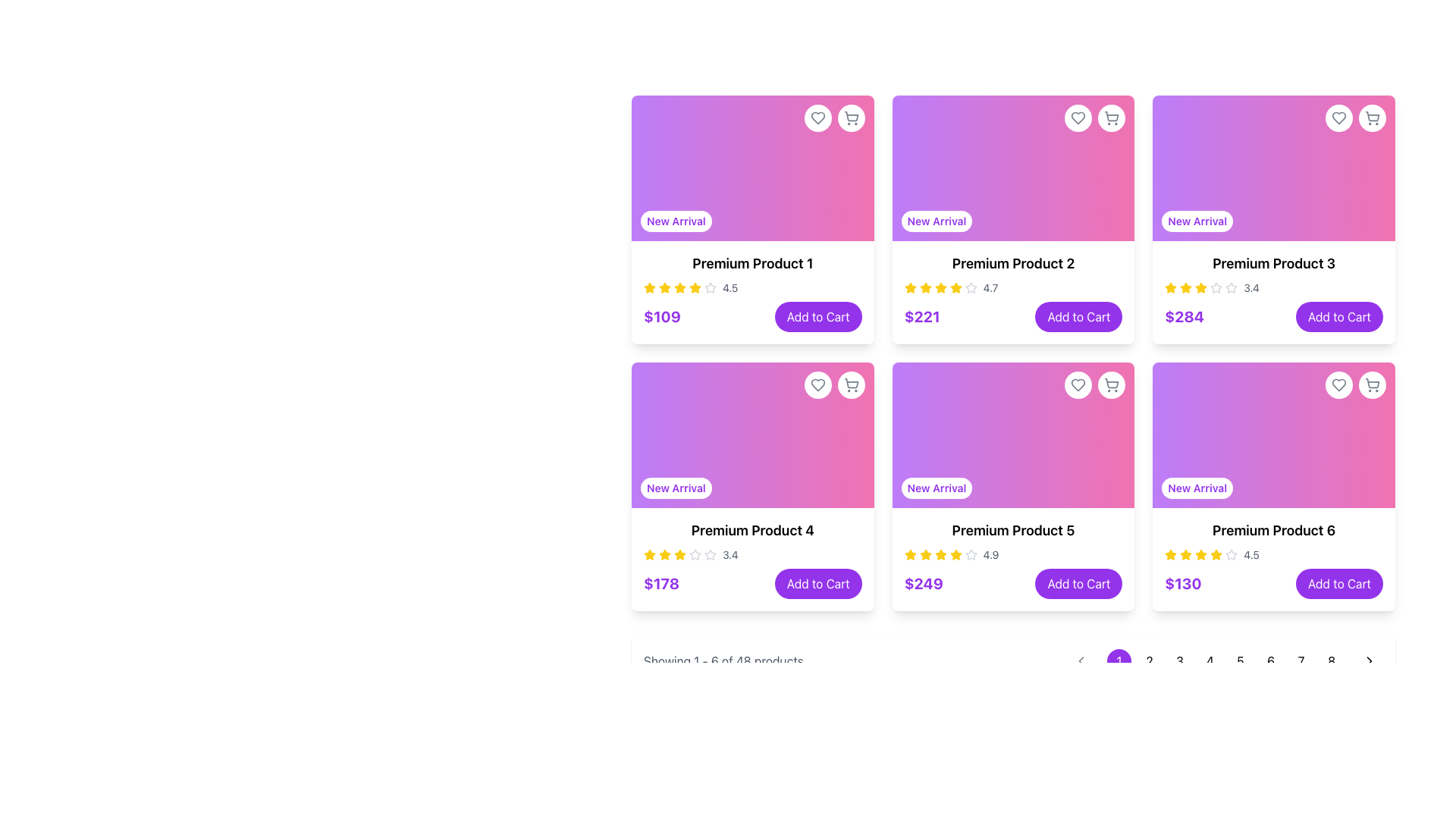 The width and height of the screenshot is (1456, 819). What do you see at coordinates (675, 221) in the screenshot?
I see `the newly listed badge located at the top-left corner of the product card, above the product title` at bounding box center [675, 221].